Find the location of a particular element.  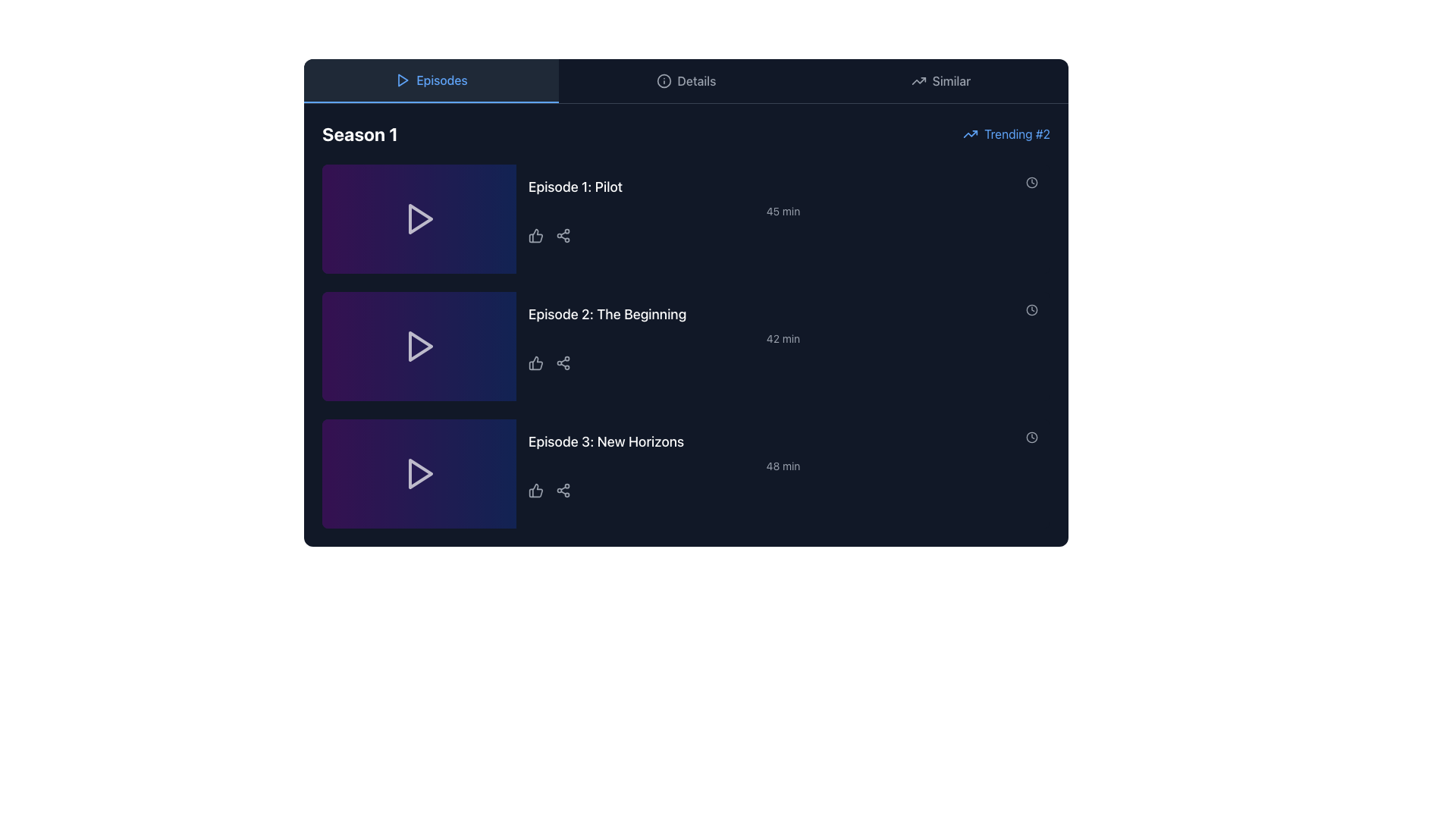

the 'thumbs-up' icon button located is located at coordinates (535, 491).